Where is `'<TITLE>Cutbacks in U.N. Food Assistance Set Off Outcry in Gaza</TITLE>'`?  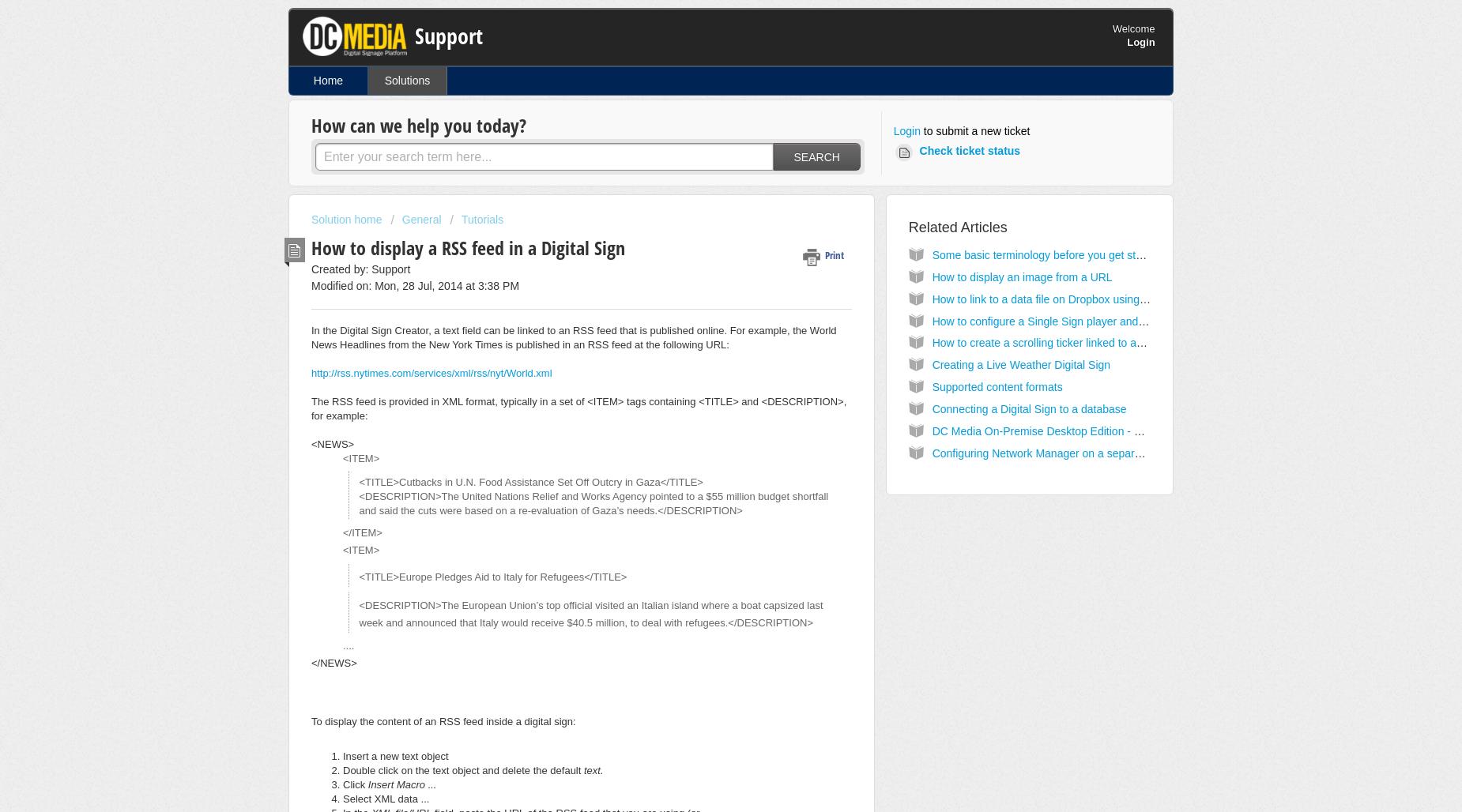
'<TITLE>Cutbacks in U.N. Food Assistance Set Off Outcry in Gaza</TITLE>' is located at coordinates (357, 481).